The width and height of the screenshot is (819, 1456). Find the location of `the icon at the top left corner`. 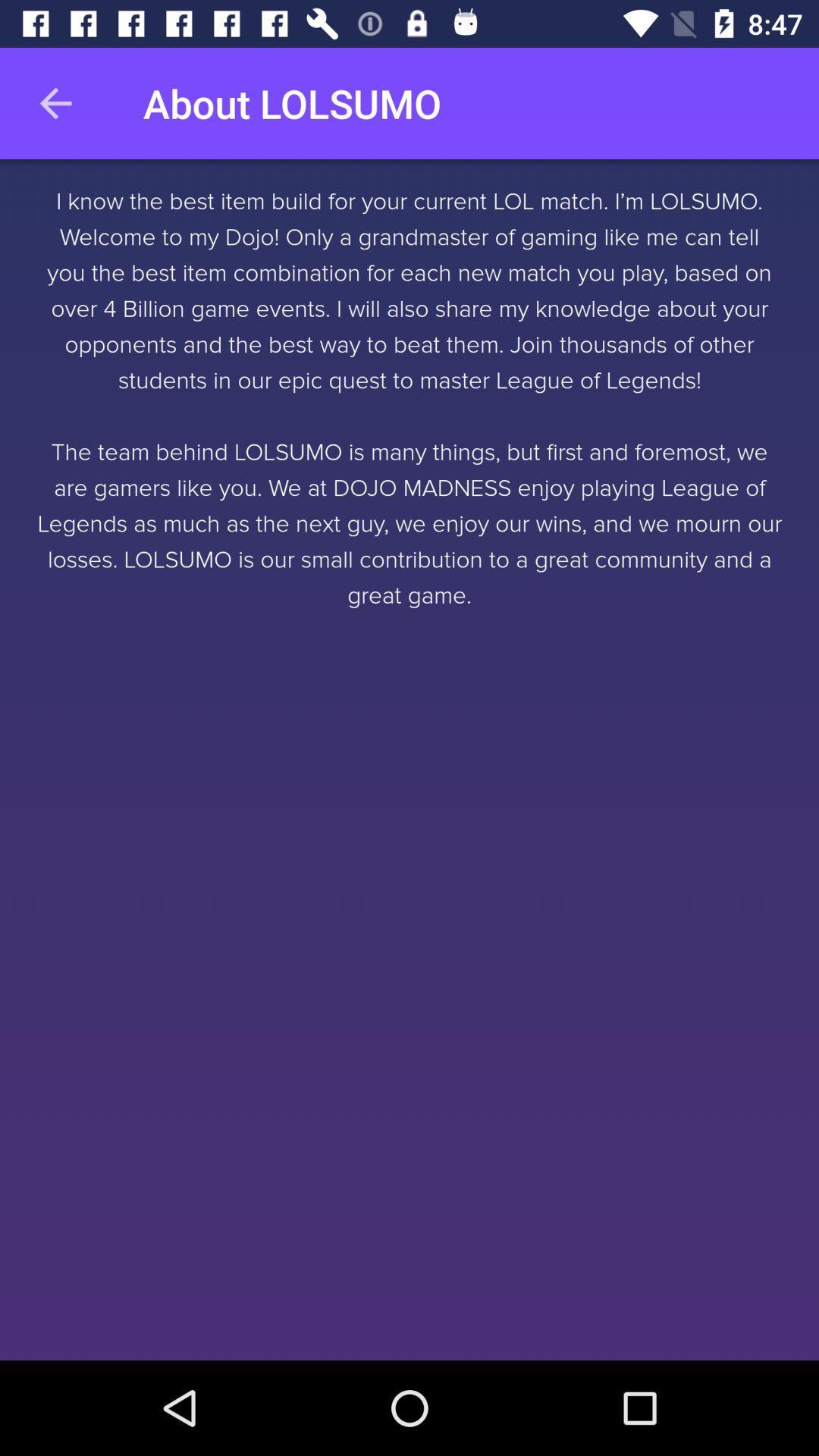

the icon at the top left corner is located at coordinates (55, 102).